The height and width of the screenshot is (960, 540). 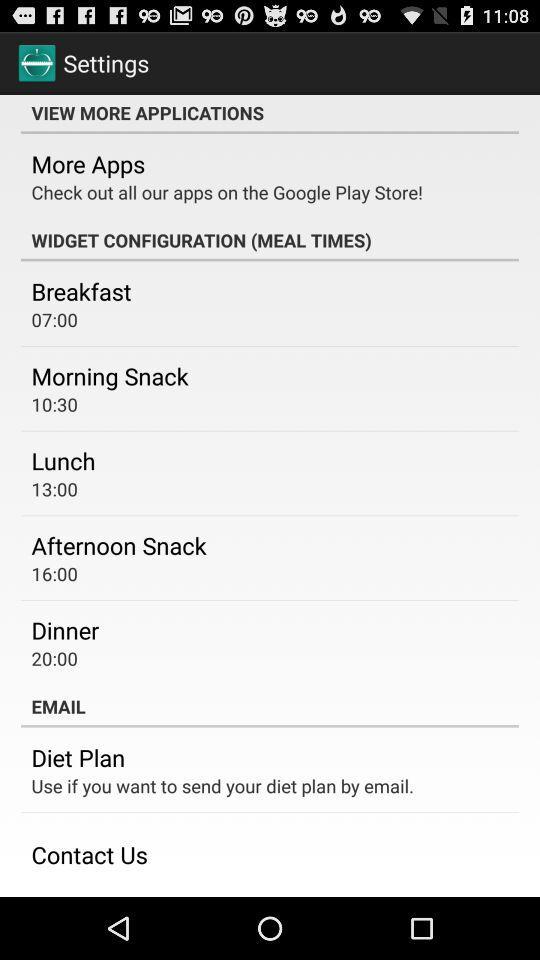 What do you see at coordinates (65, 629) in the screenshot?
I see `dinner icon` at bounding box center [65, 629].